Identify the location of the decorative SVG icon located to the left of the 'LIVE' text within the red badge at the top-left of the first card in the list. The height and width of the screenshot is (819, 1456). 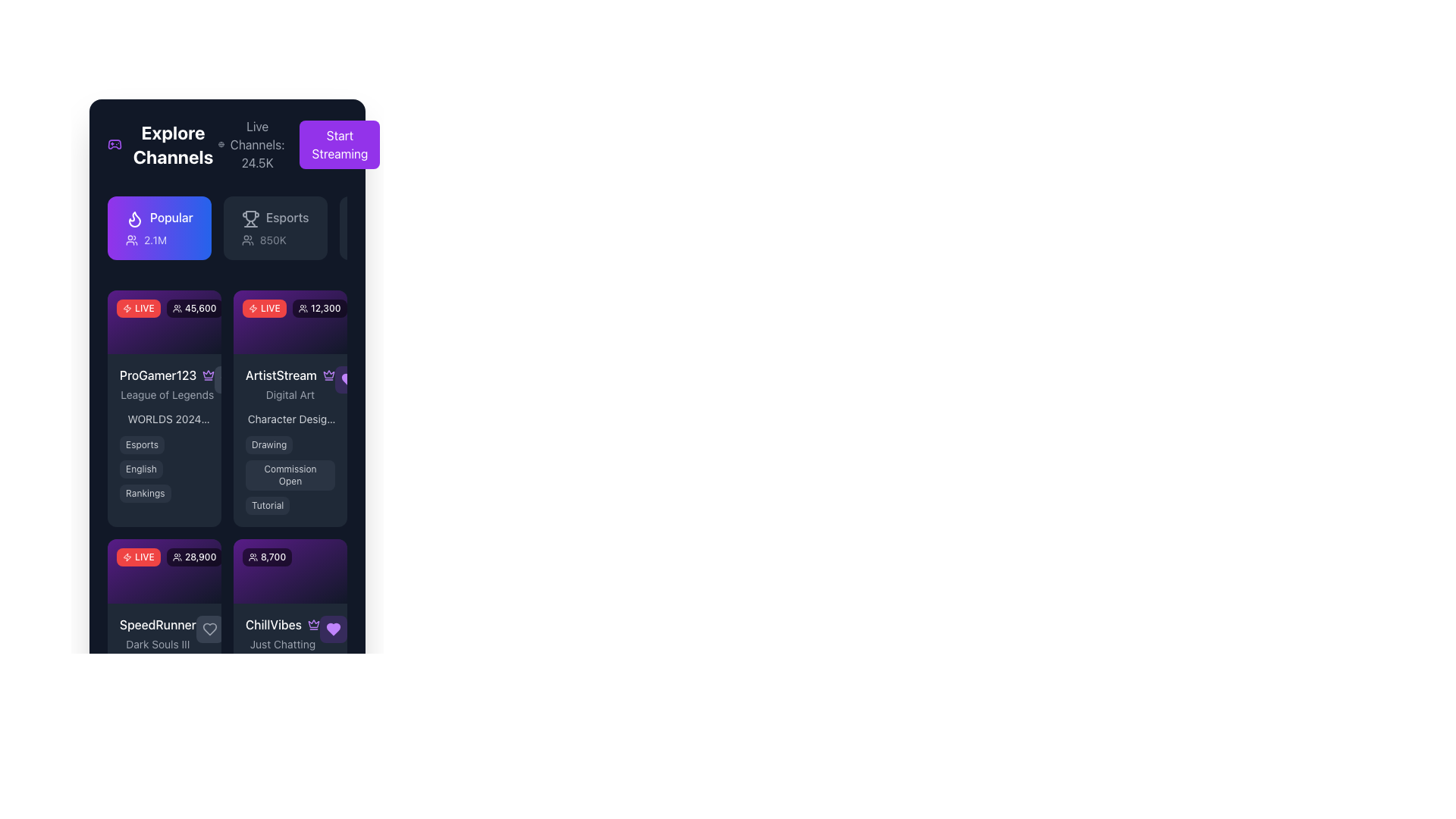
(253, 308).